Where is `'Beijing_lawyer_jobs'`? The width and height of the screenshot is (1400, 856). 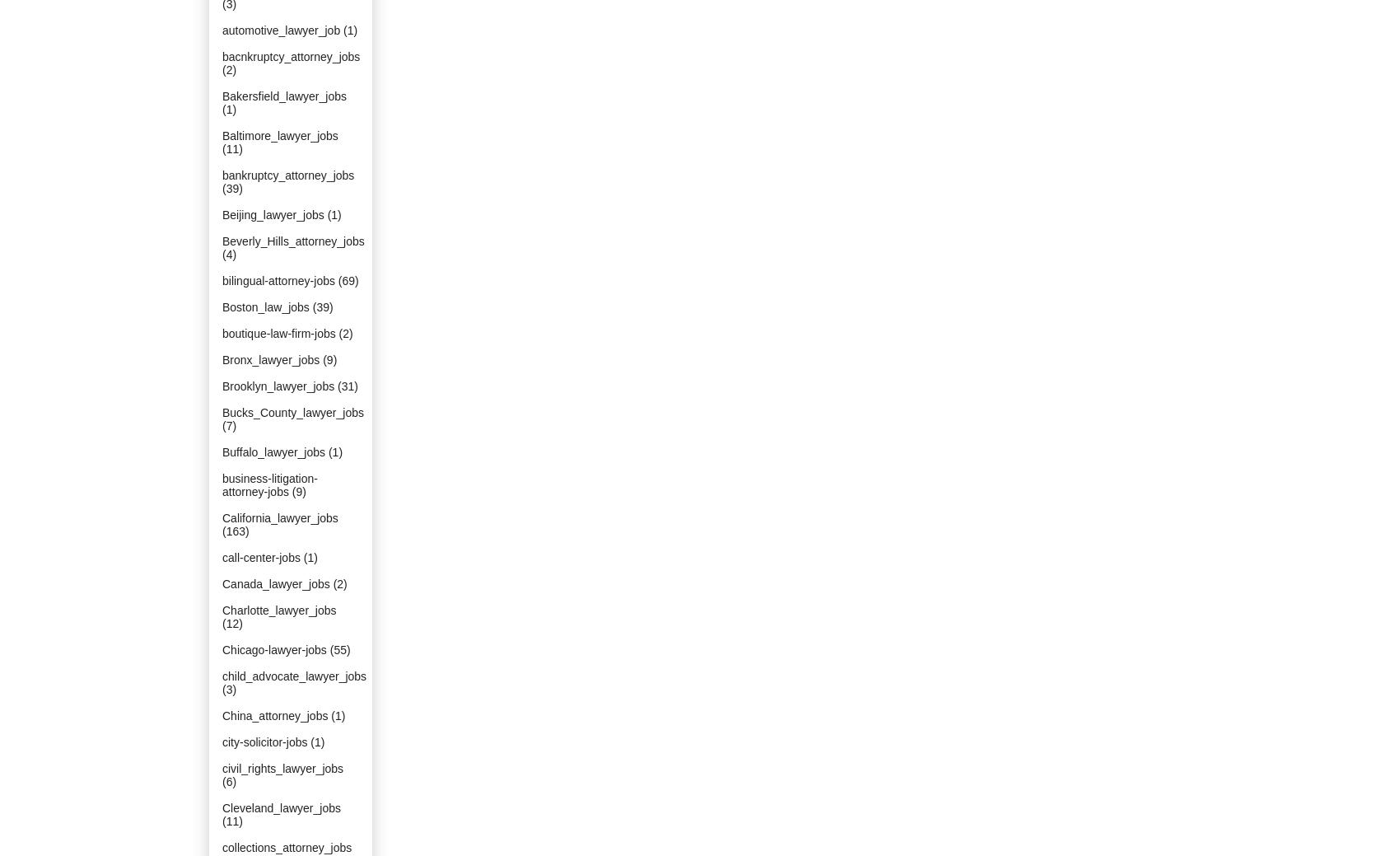
'Beijing_lawyer_jobs' is located at coordinates (272, 214).